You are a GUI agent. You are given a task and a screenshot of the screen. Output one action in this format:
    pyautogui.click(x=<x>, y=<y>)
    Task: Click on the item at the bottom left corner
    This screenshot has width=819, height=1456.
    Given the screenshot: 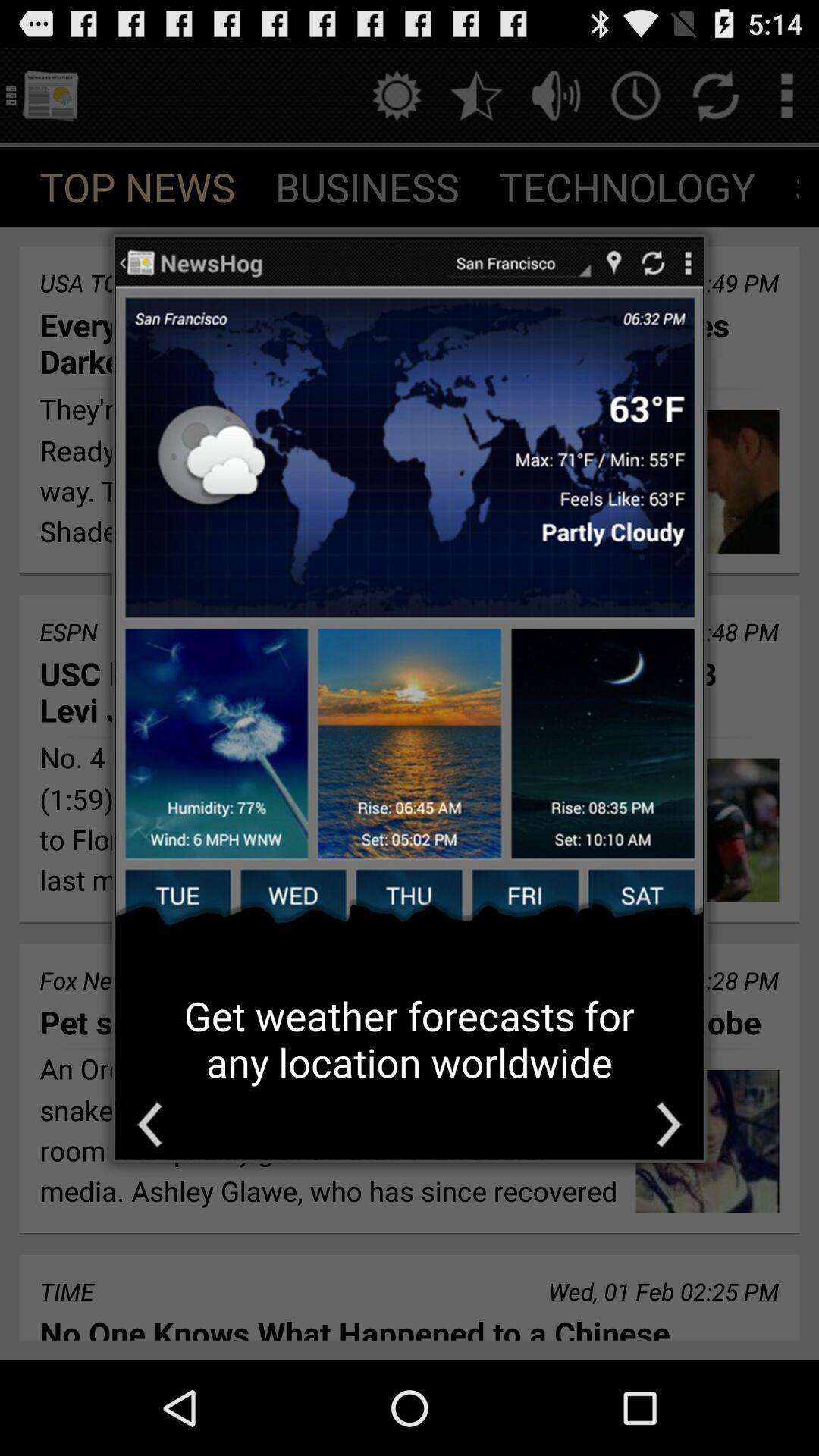 What is the action you would take?
    pyautogui.click(x=149, y=1125)
    